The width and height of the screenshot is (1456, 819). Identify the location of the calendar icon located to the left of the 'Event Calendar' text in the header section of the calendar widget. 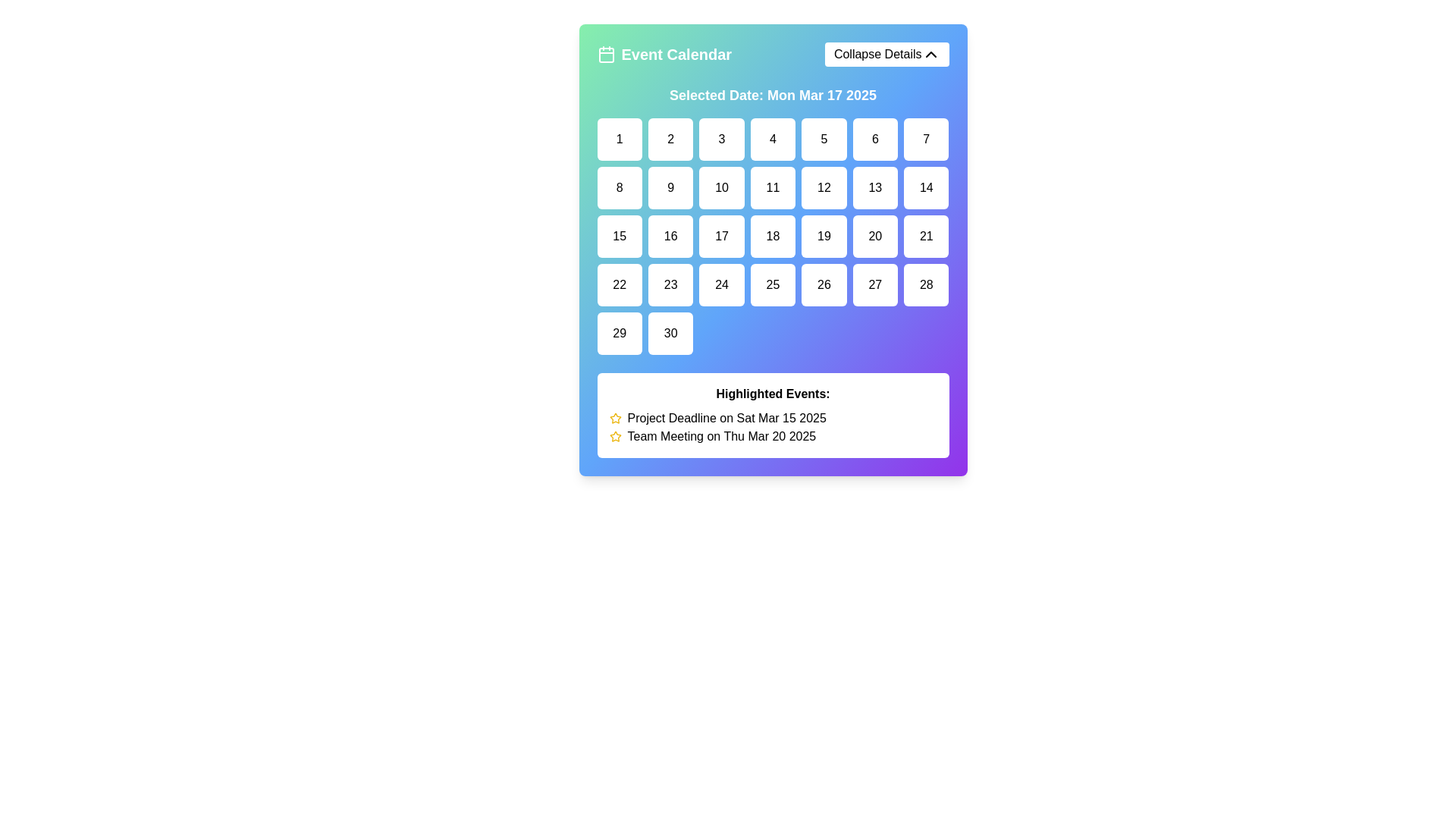
(605, 54).